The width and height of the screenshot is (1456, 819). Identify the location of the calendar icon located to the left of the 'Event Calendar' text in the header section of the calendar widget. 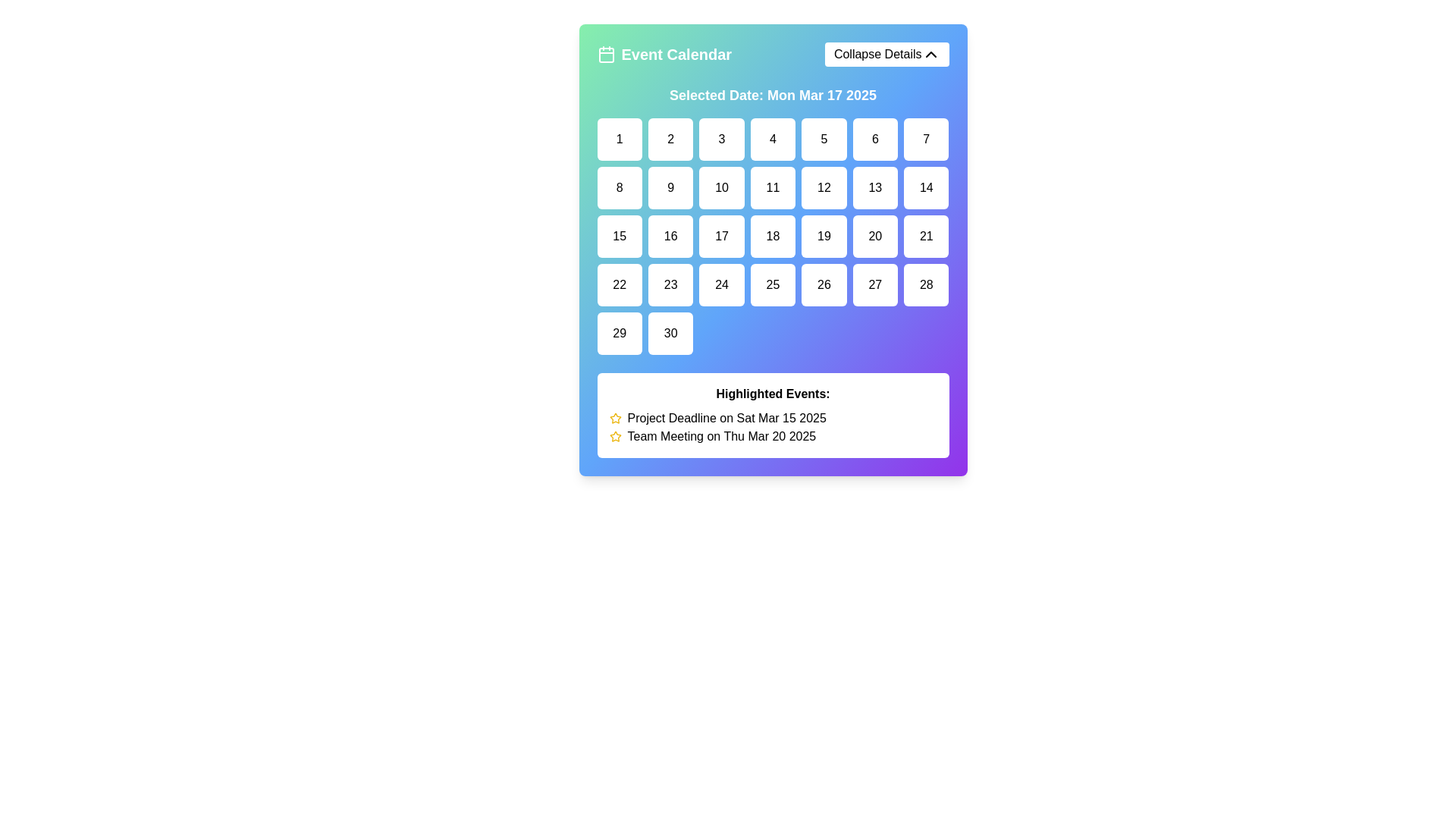
(605, 54).